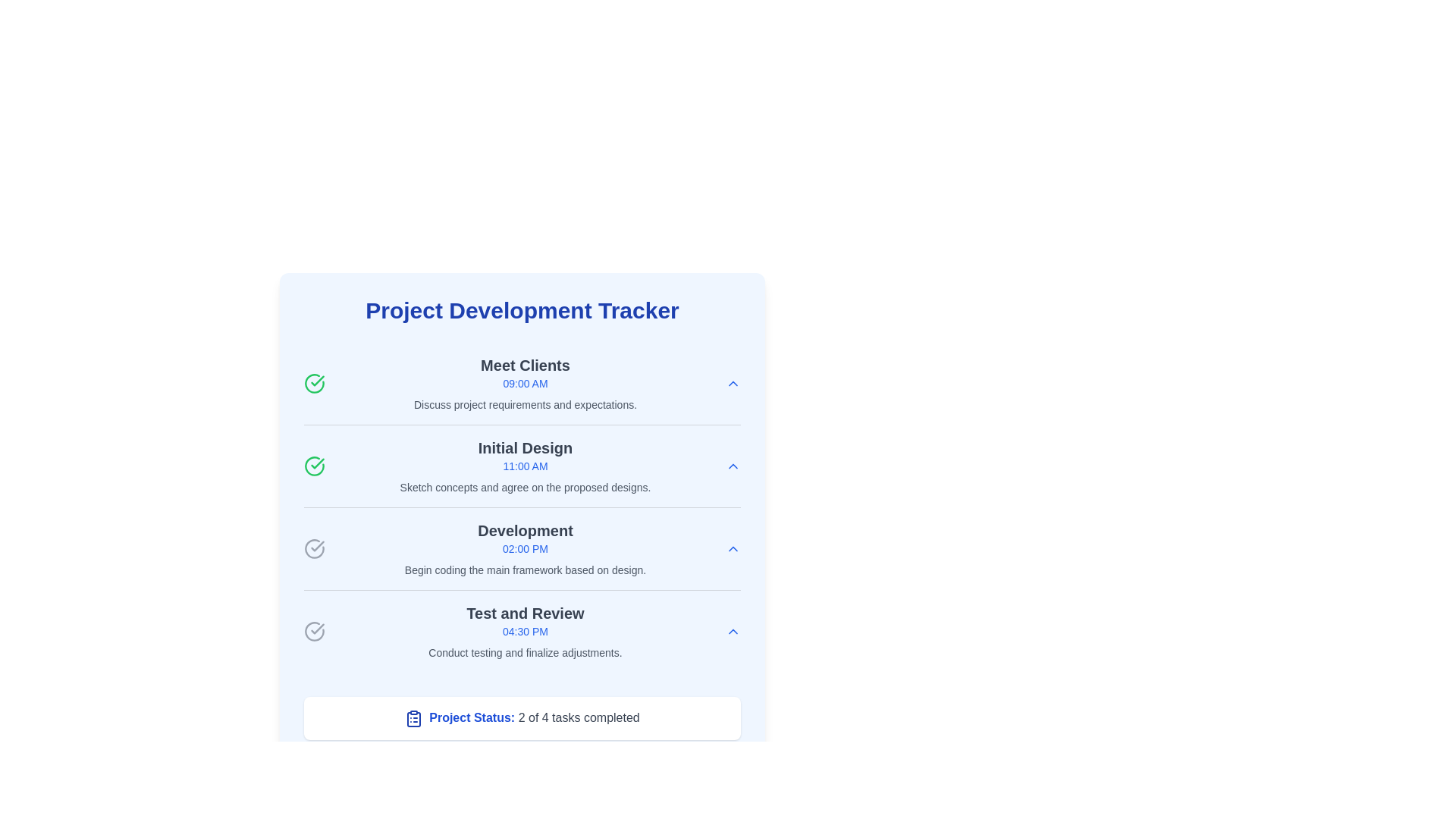 This screenshot has width=1456, height=819. I want to click on details of the Task item element displaying 'Development' with a time label '02:00 PM' and description 'Begin coding the main framework based on design.', so click(525, 549).